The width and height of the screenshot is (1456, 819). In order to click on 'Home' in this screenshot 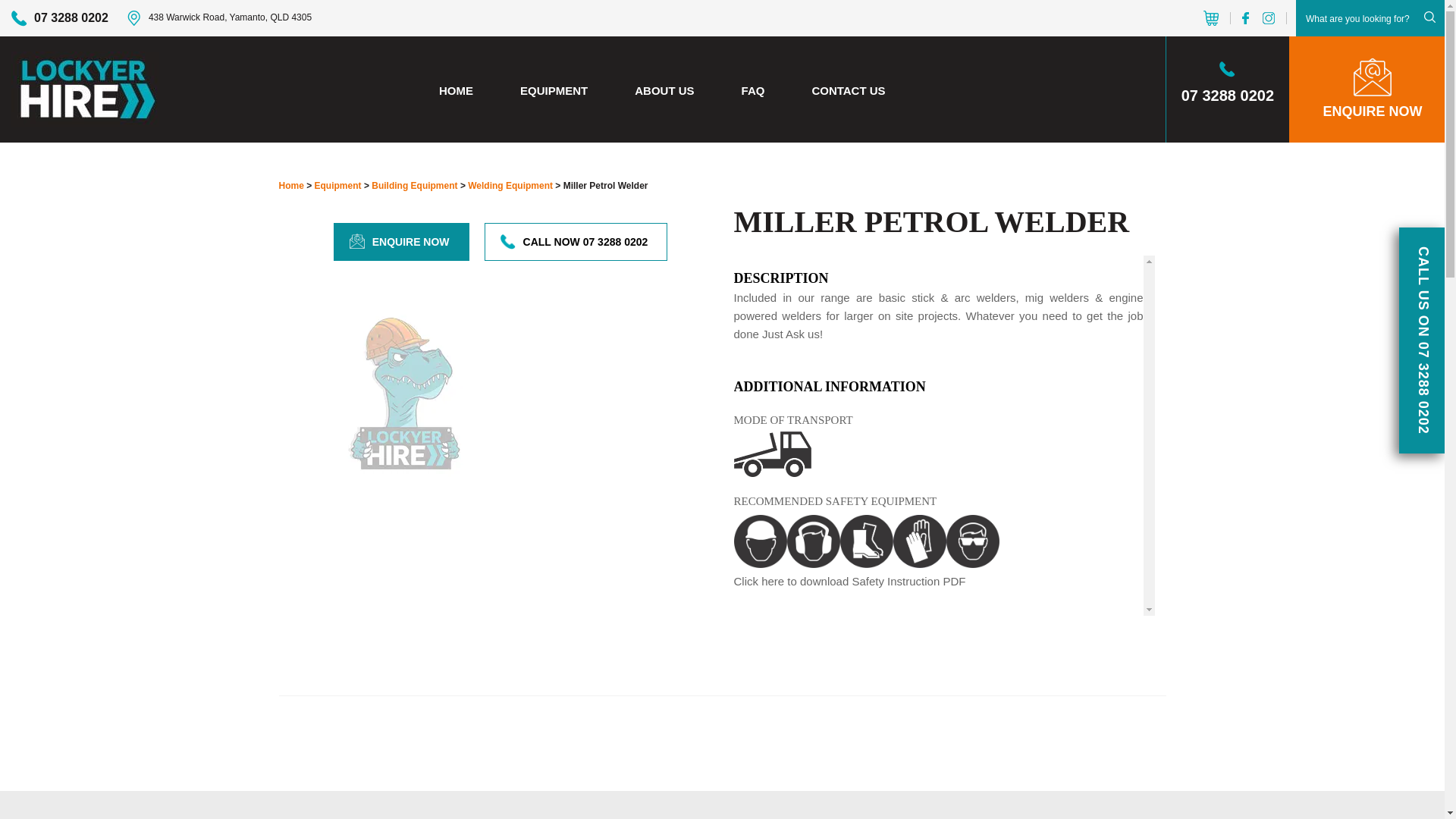, I will do `click(293, 185)`.